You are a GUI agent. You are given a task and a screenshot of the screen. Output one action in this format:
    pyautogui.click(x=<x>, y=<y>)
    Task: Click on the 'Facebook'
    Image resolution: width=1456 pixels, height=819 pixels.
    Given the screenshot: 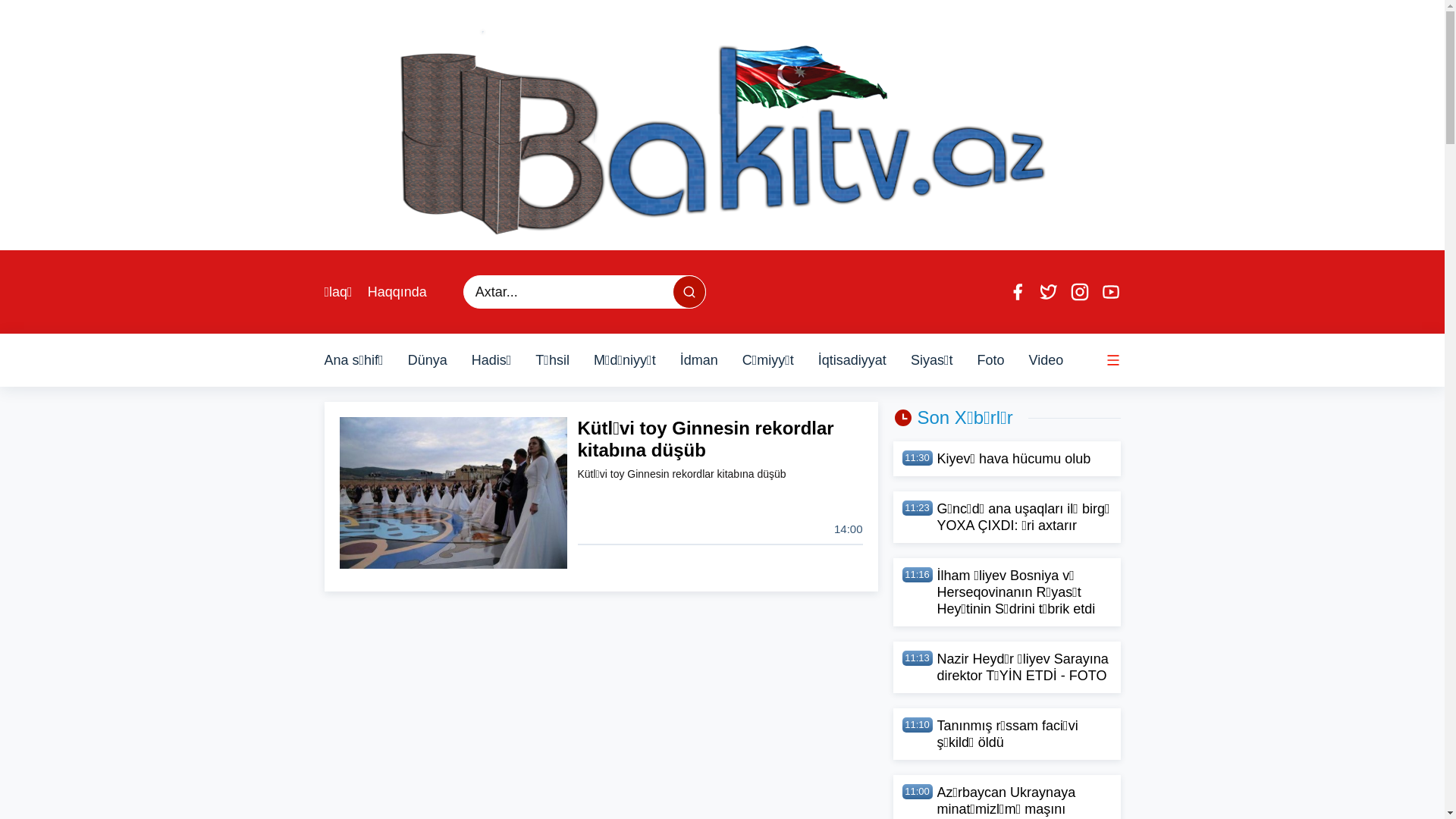 What is the action you would take?
    pyautogui.click(x=1016, y=292)
    